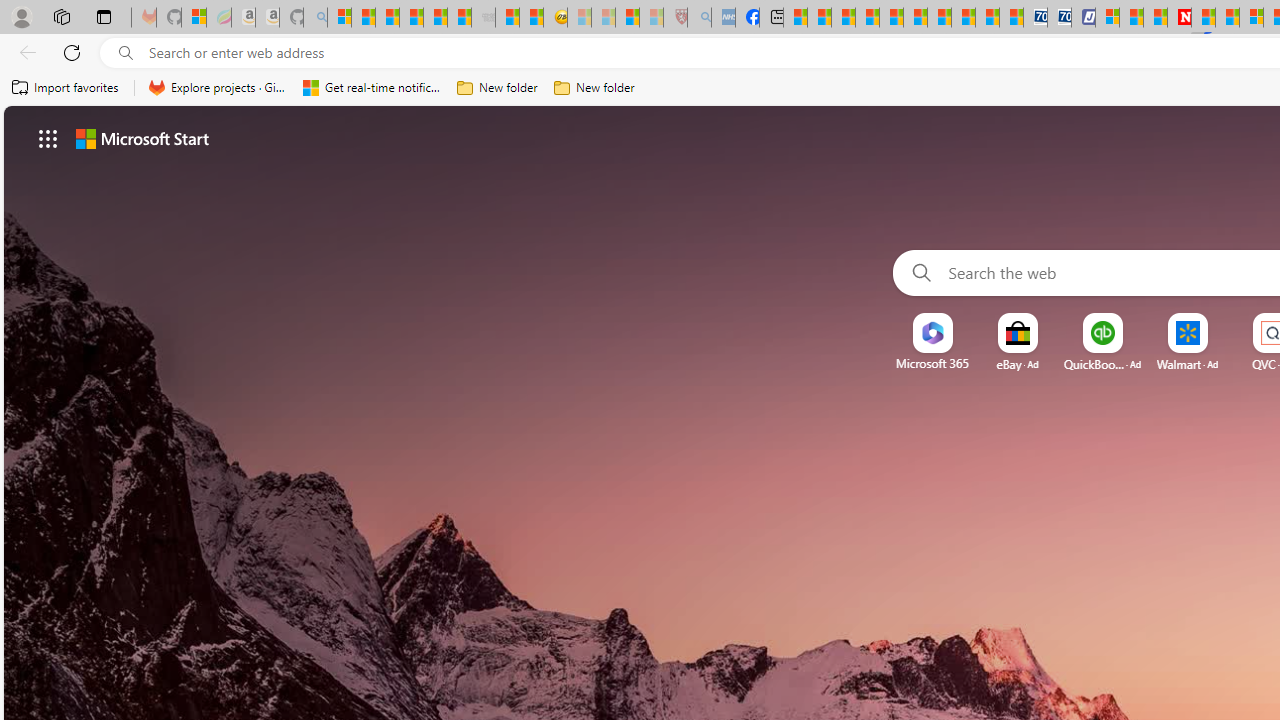 The image size is (1280, 720). I want to click on 'Newsweek - News, Analysis, Politics, Business, Technology', so click(1179, 17).